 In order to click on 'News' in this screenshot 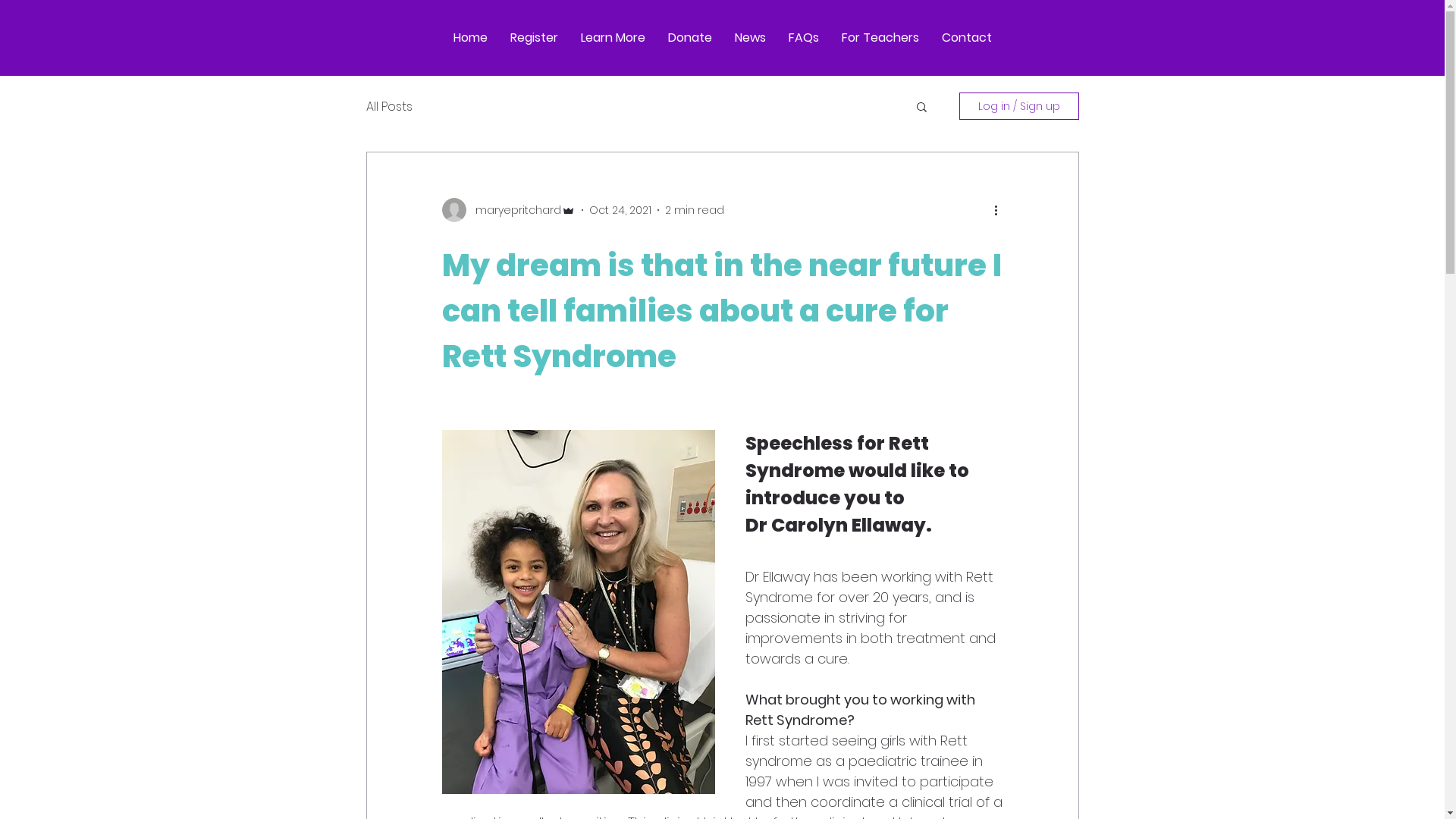, I will do `click(723, 37)`.